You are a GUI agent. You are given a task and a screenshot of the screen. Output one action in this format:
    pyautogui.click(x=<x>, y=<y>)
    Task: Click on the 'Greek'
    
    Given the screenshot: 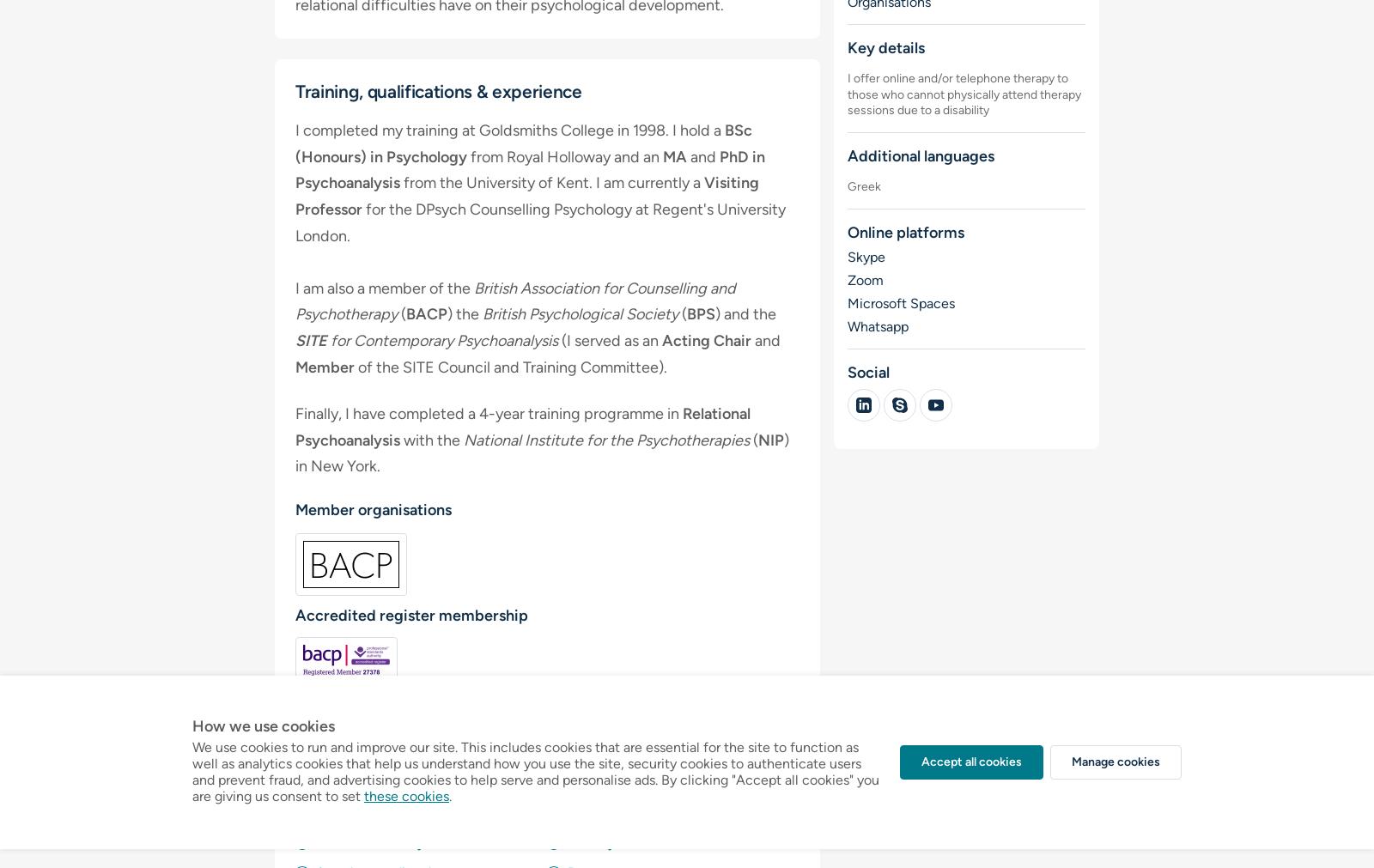 What is the action you would take?
    pyautogui.click(x=863, y=185)
    